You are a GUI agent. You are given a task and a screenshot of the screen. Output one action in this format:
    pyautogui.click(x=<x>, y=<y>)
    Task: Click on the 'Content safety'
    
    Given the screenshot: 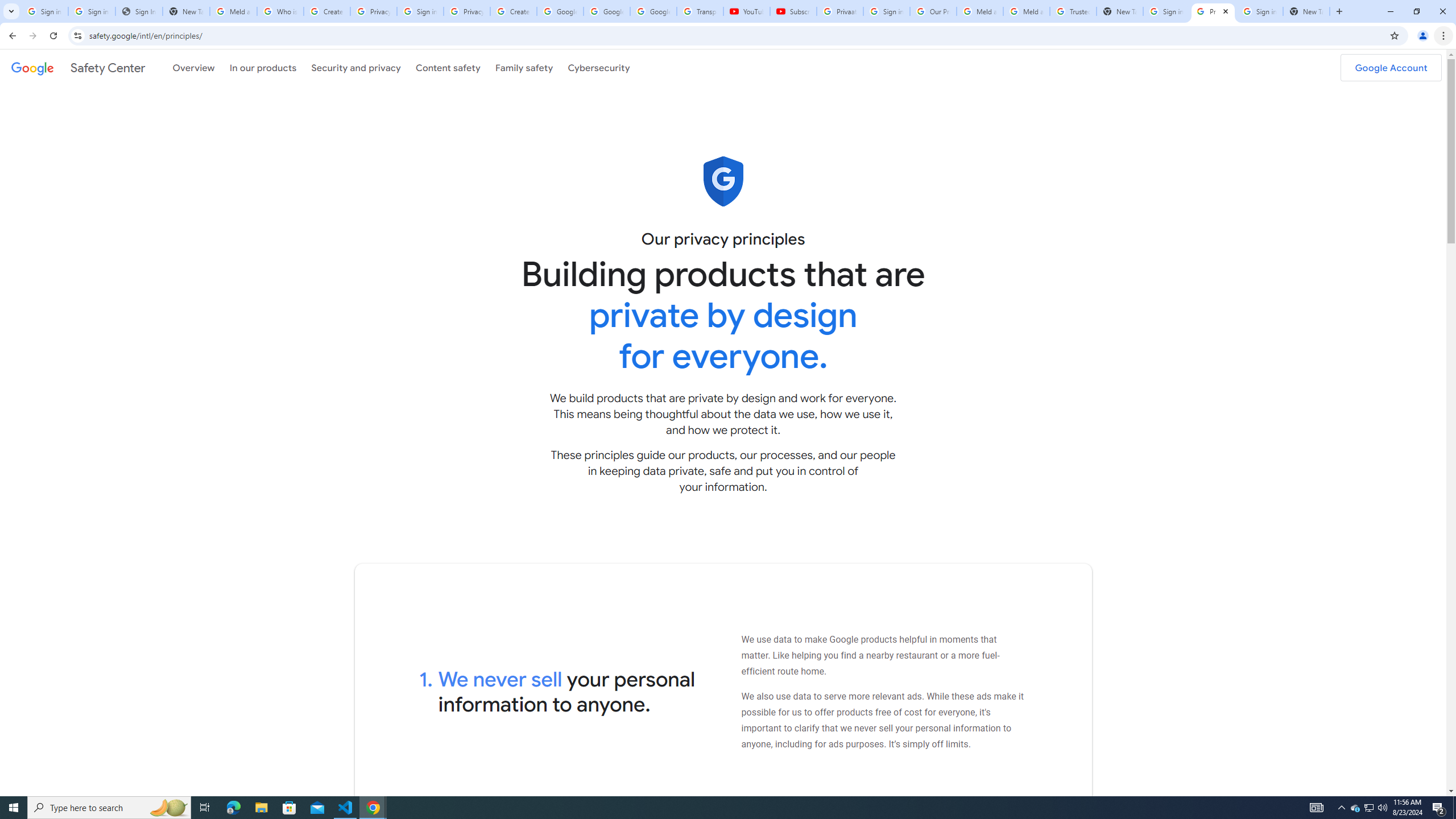 What is the action you would take?
    pyautogui.click(x=447, y=67)
    